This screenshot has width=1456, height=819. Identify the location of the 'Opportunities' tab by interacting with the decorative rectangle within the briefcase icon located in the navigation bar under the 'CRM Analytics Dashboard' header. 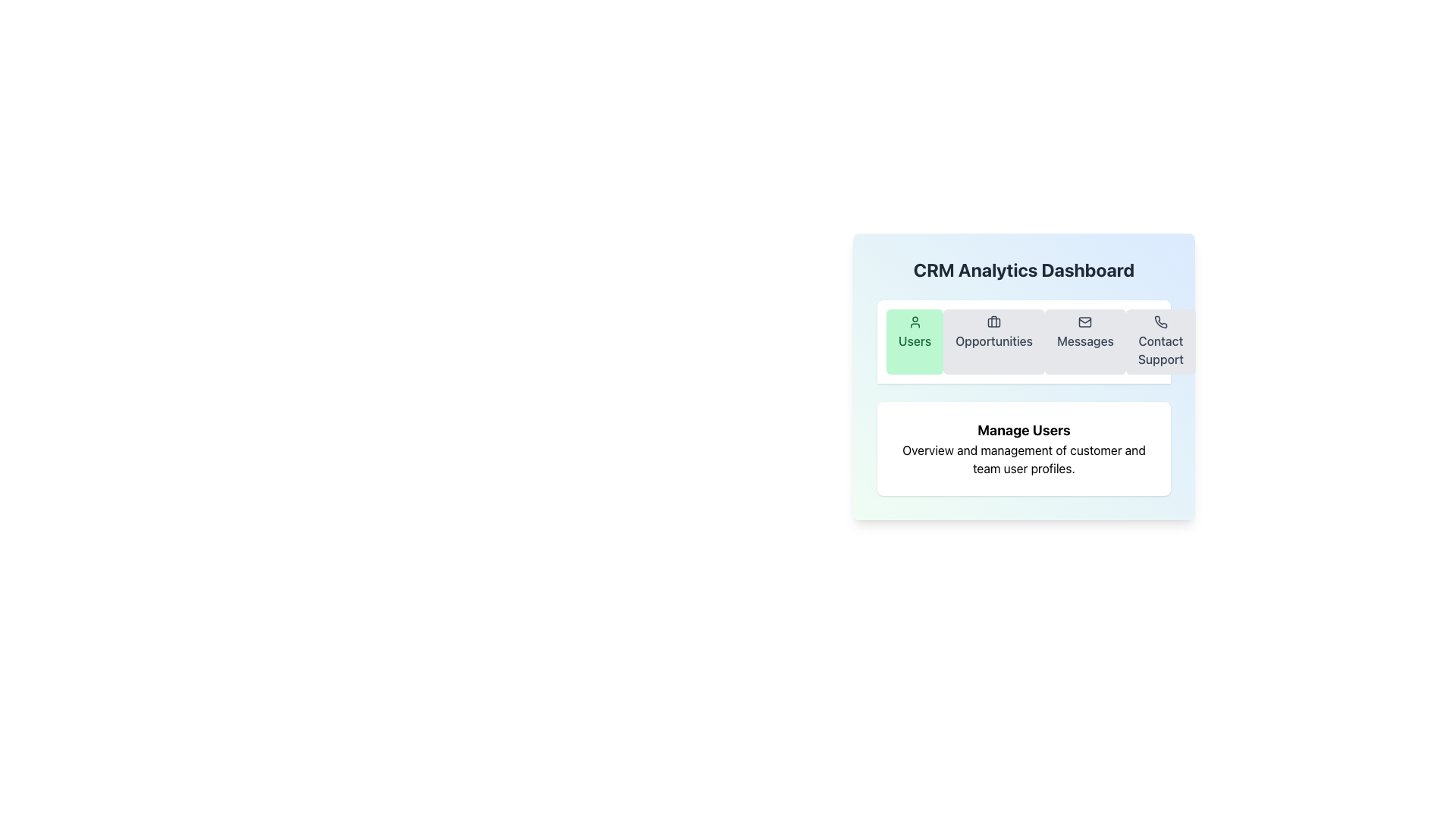
(993, 322).